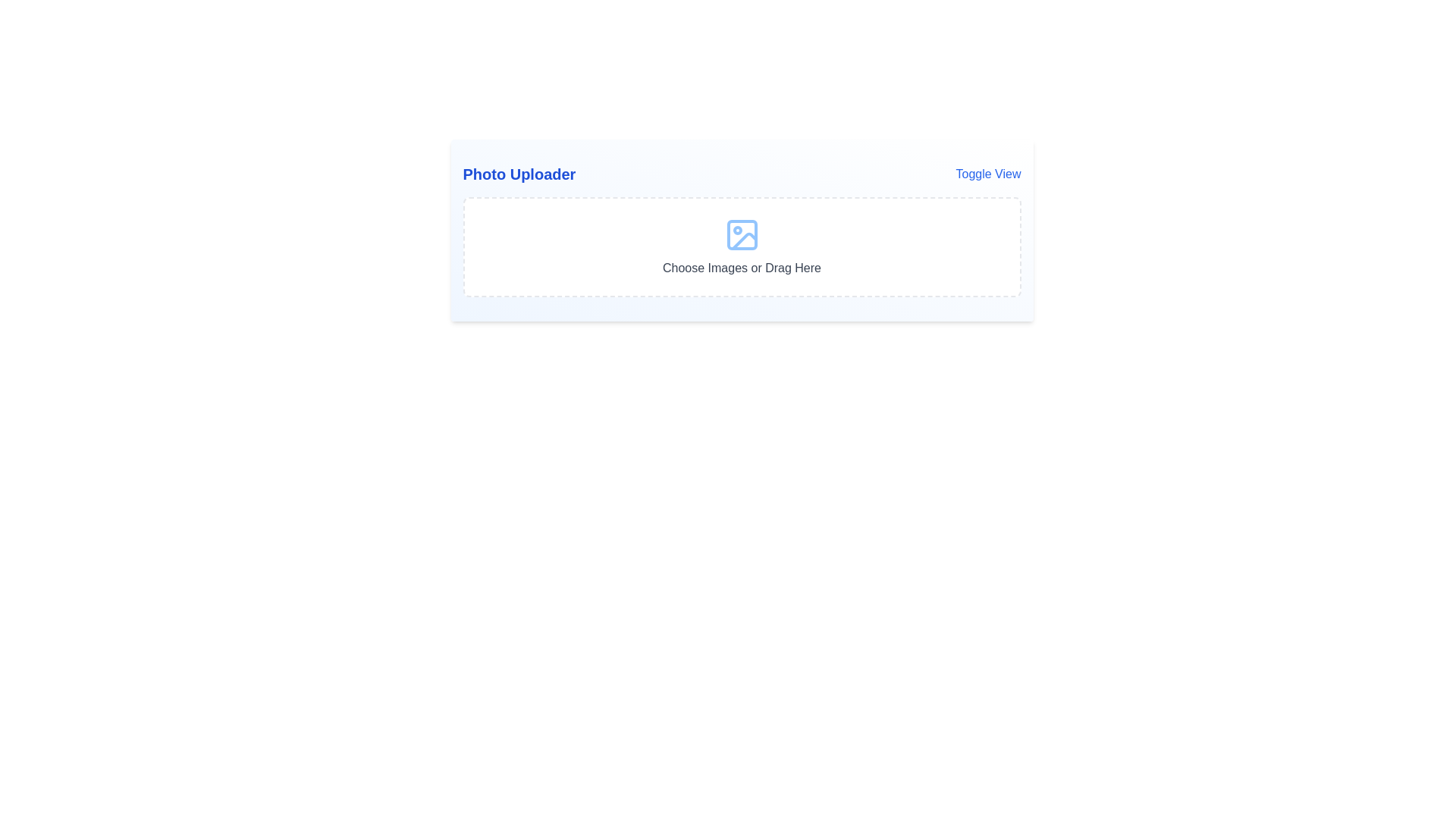 This screenshot has width=1456, height=819. Describe the element at coordinates (742, 246) in the screenshot. I see `the File Upload Drop Zone, which is a central interactive area with the phrase 'Choose Images or Drag Here' and a blue image placeholder icon` at that location.